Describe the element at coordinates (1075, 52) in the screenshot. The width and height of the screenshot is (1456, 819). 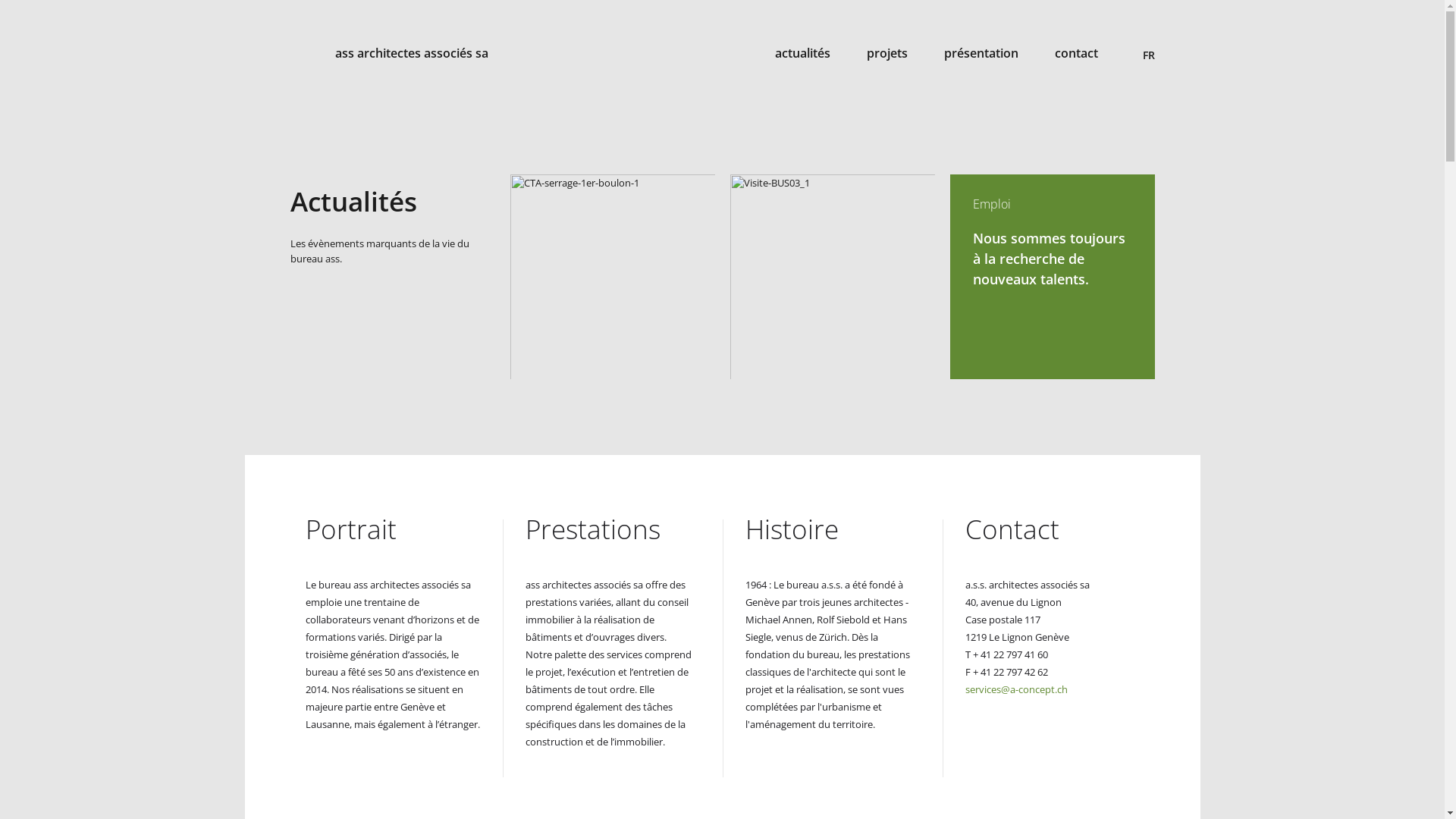
I see `'contact'` at that location.